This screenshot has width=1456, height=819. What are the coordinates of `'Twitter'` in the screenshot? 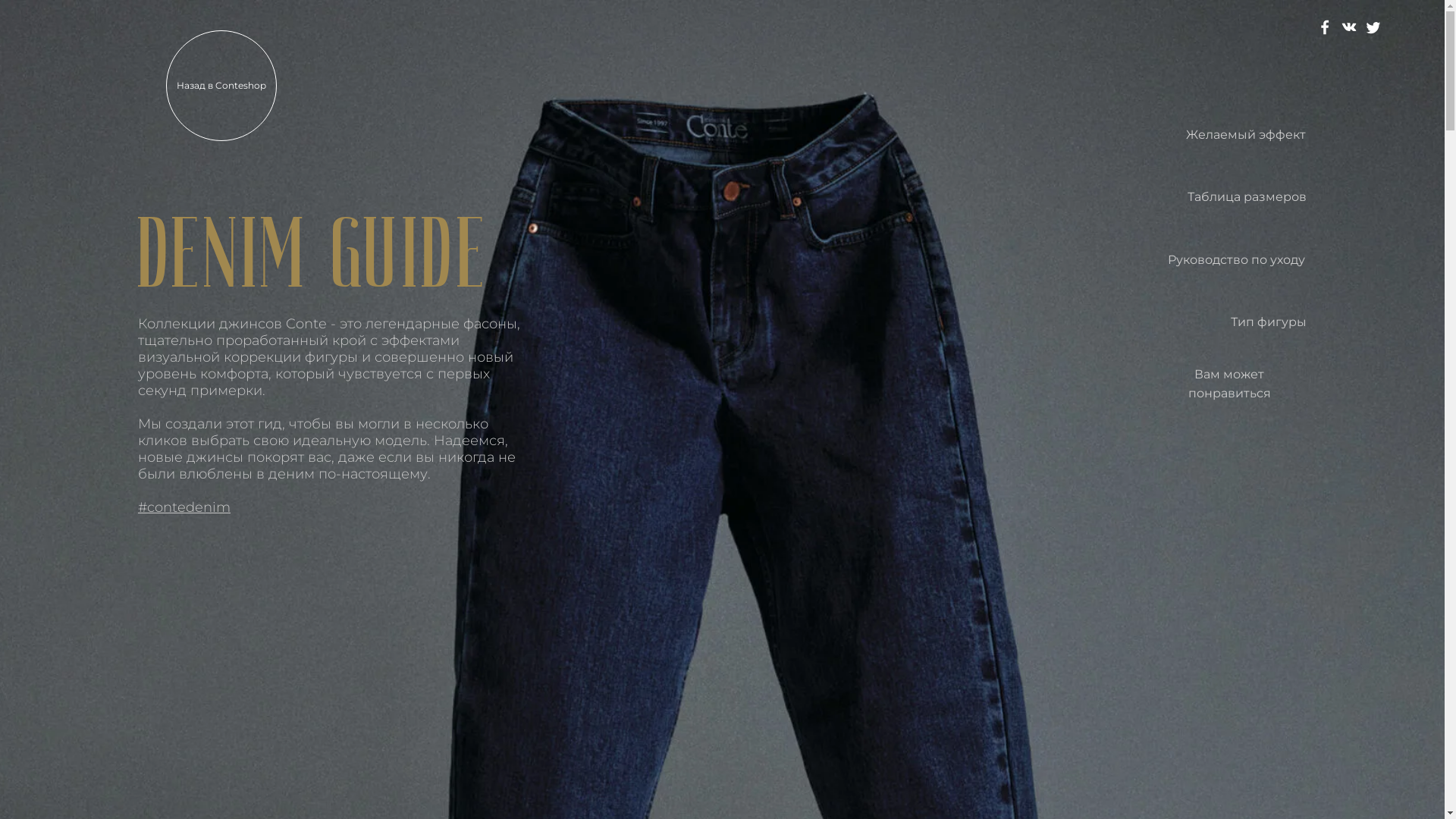 It's located at (1373, 27).